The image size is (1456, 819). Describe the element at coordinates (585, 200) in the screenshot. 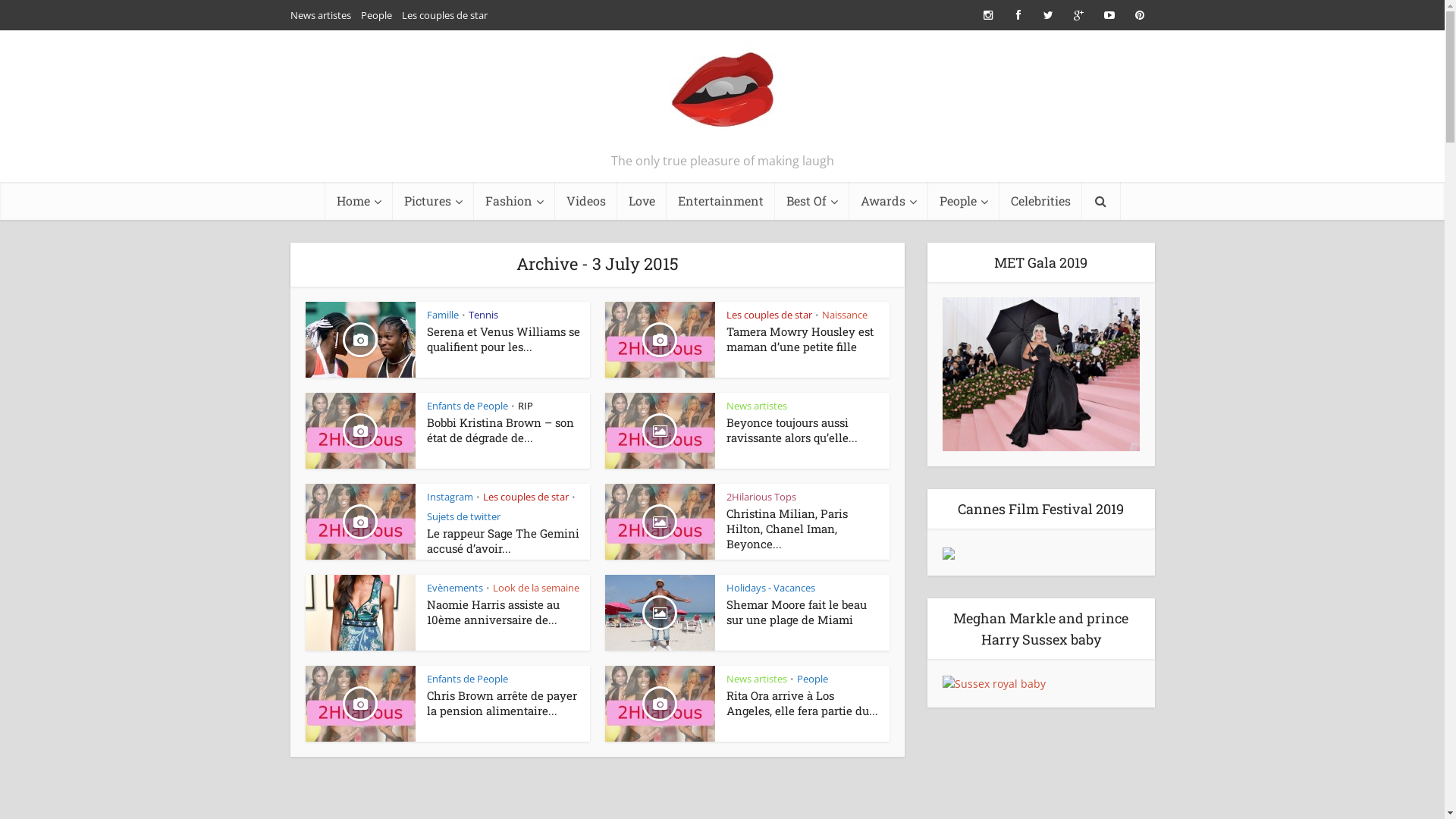

I see `'Videos'` at that location.